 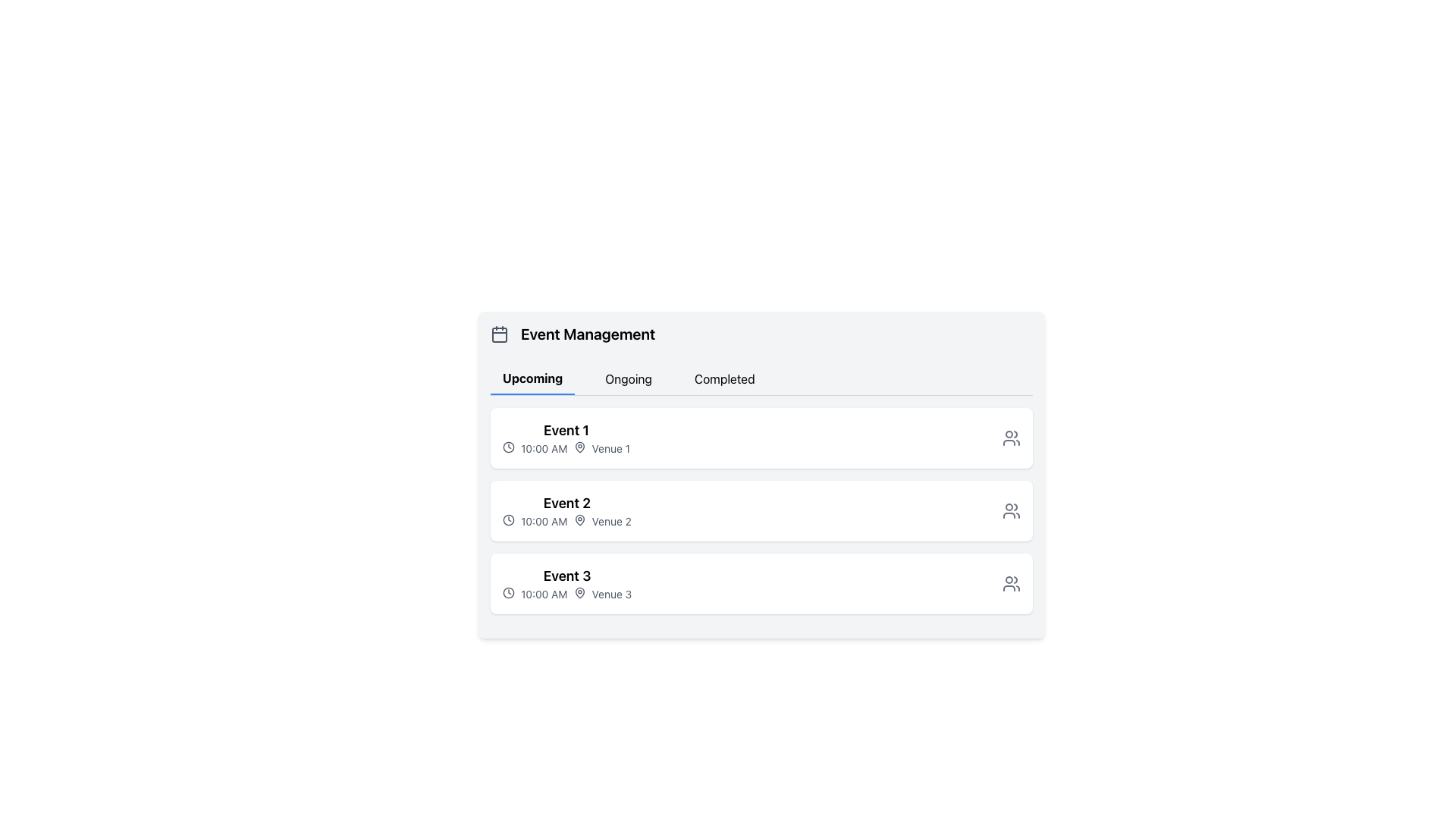 I want to click on the miniature clock icon located at the far-left side of the entry for 'Event 1' in the 'Upcoming' tab, which precedes the text '10:00 AM Venue 1', so click(x=509, y=447).